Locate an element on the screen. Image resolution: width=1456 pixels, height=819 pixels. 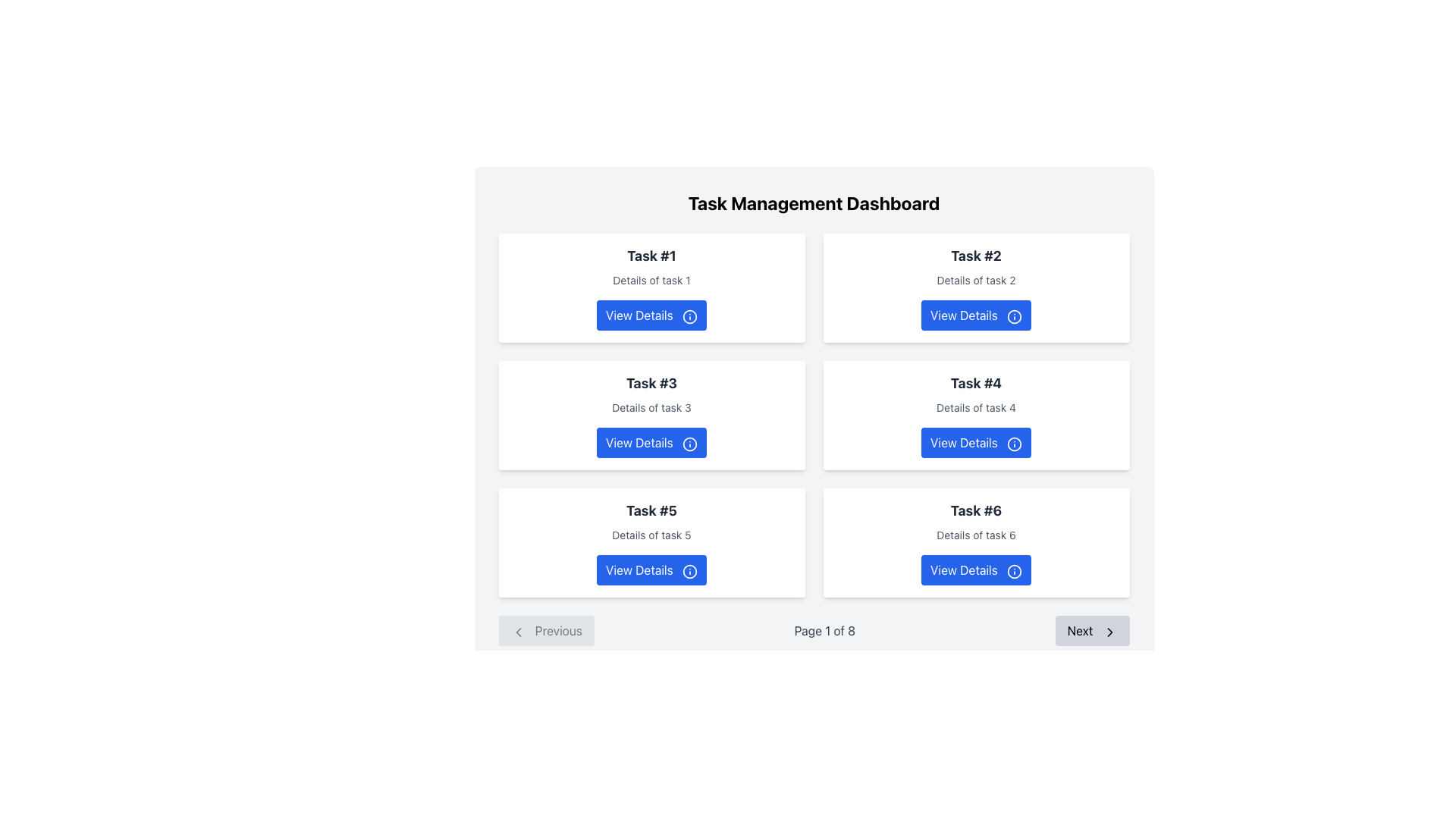
the text label displaying 'Page 1 of 8' located centrally in the bottom navigation bar of the dashboard interface is located at coordinates (824, 631).